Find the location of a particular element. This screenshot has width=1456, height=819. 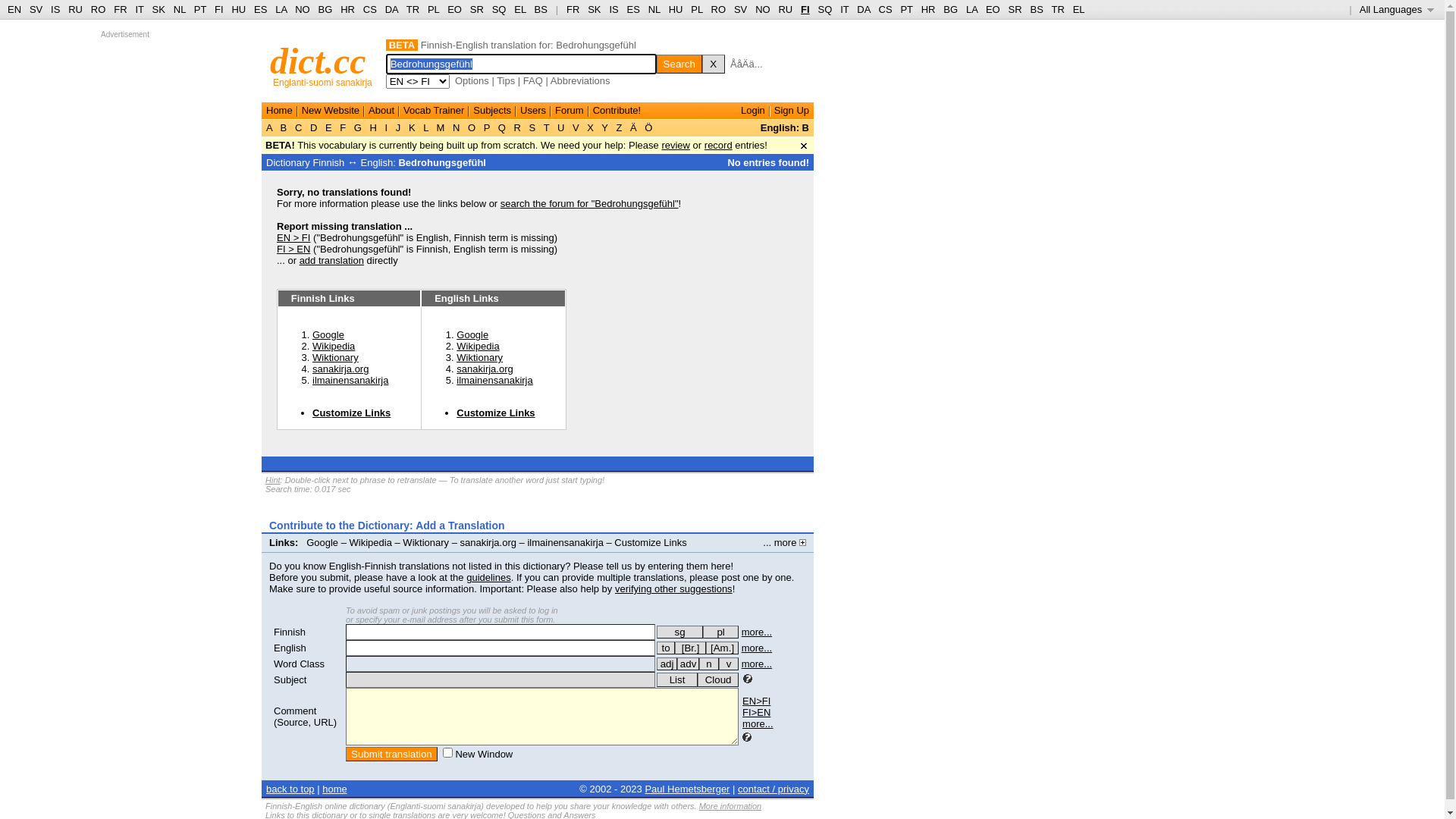

'Wikipedia' is located at coordinates (333, 346).